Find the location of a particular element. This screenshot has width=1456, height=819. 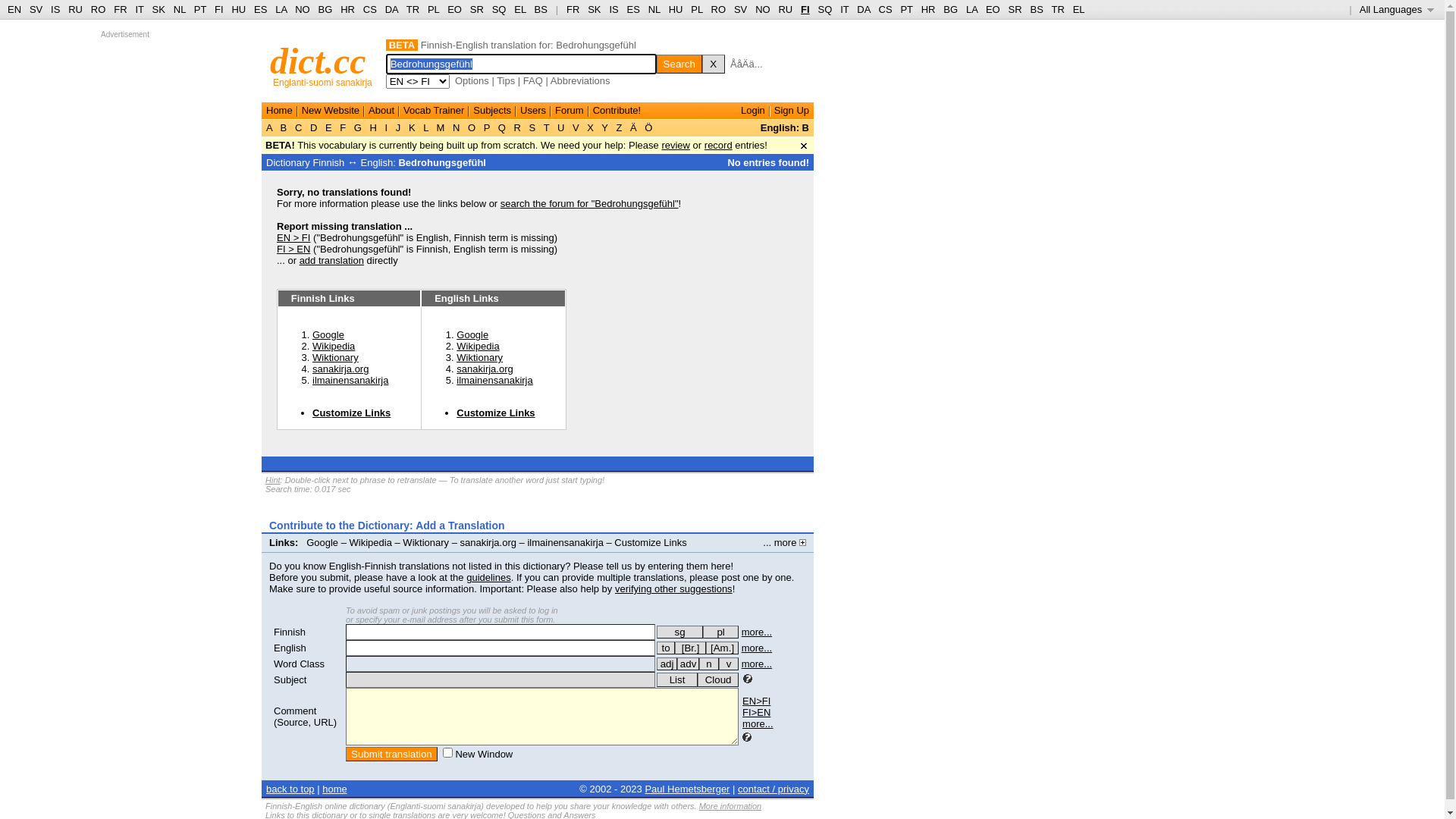

'Wikipedia' is located at coordinates (333, 346).